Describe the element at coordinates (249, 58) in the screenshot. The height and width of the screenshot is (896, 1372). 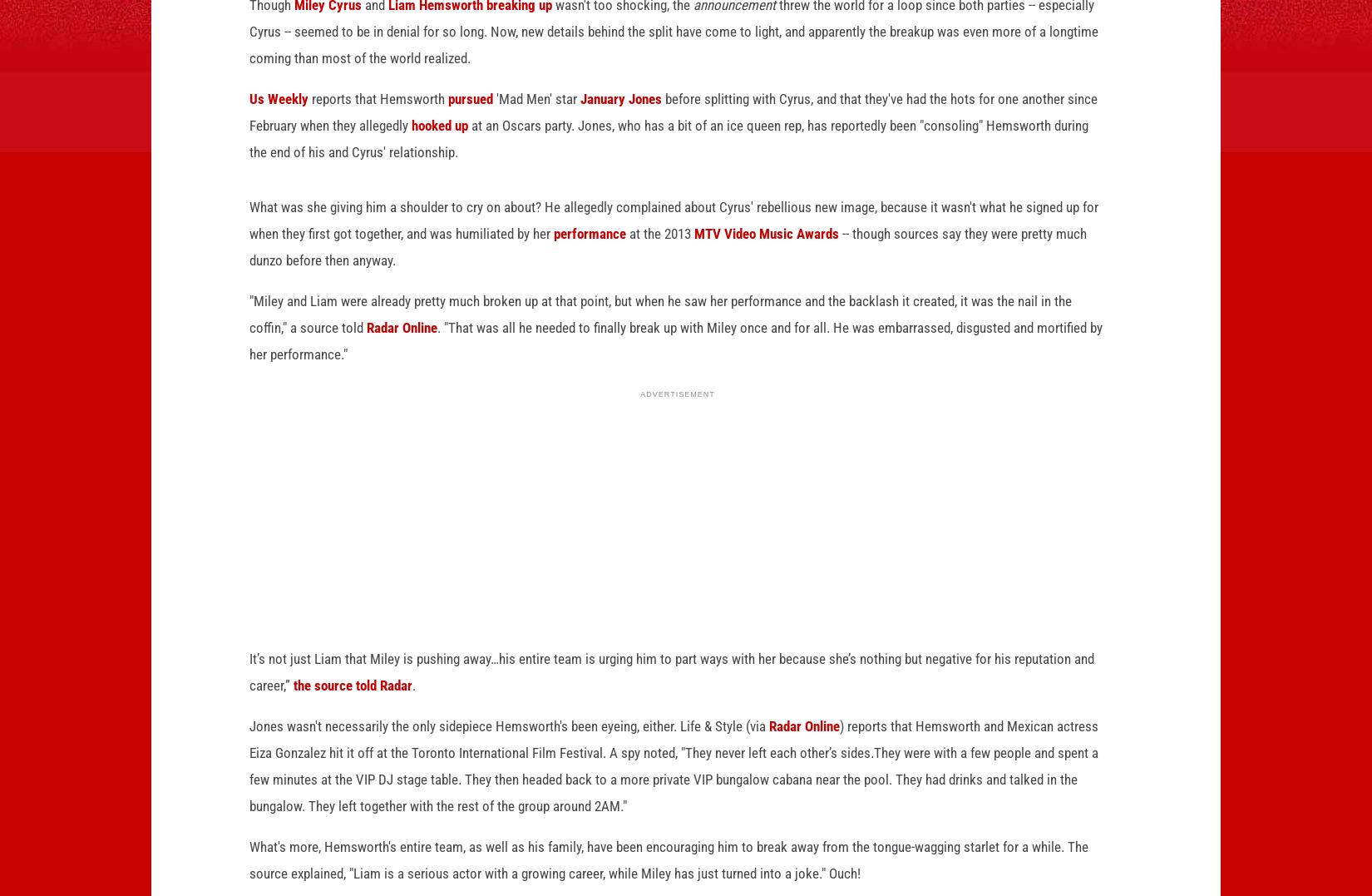
I see `'threw the world for a loop since both parties -- especially Cyrus -- seemed to be in denial for so long. Now, new details behind the split have come to light, and apparently the breakup was even more of a longtime coming than most of the world realized.'` at that location.